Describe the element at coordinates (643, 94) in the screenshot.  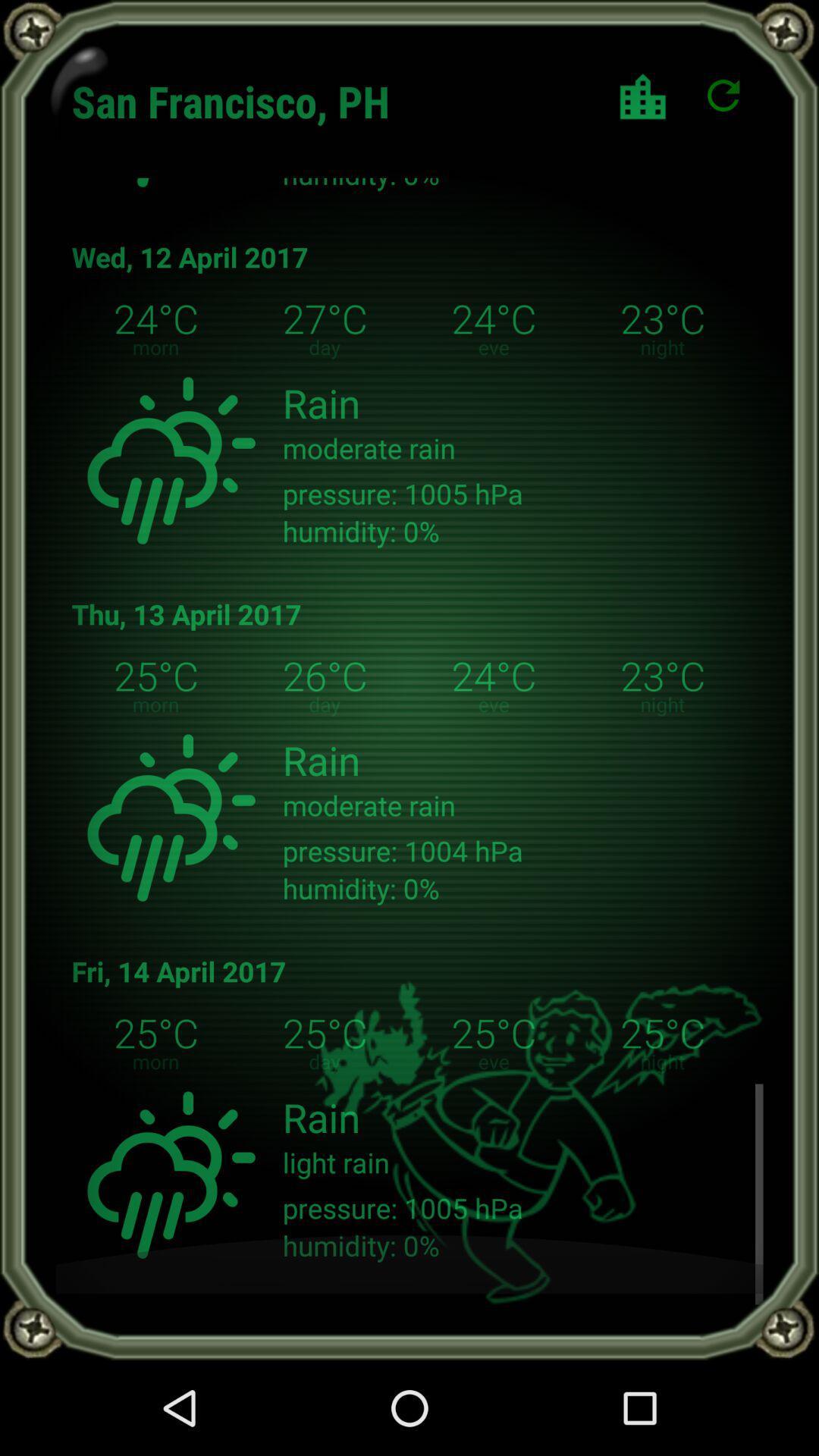
I see `the shop icon` at that location.